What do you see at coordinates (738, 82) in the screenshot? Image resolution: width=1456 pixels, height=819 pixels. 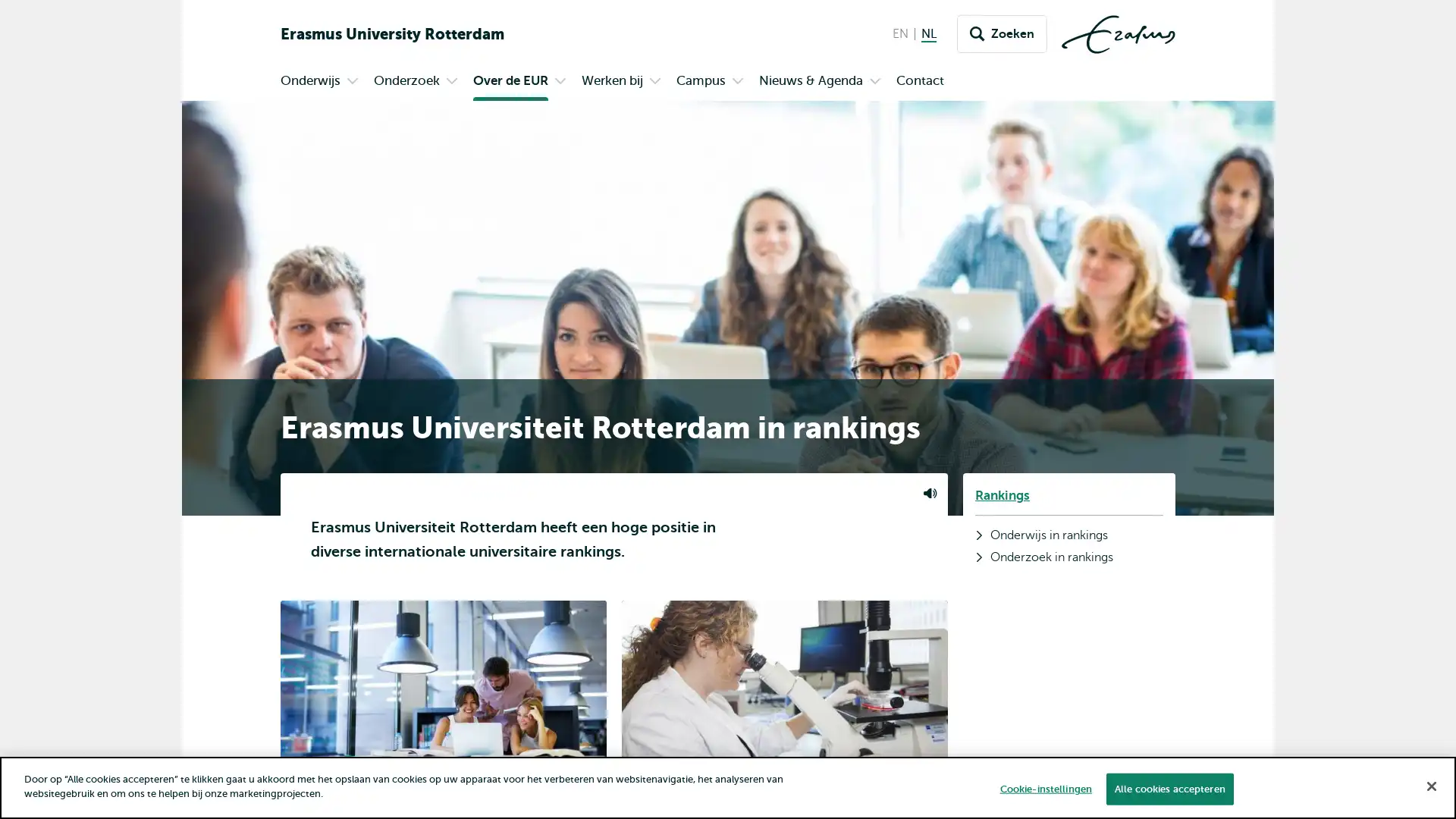 I see `Open submenu` at bounding box center [738, 82].